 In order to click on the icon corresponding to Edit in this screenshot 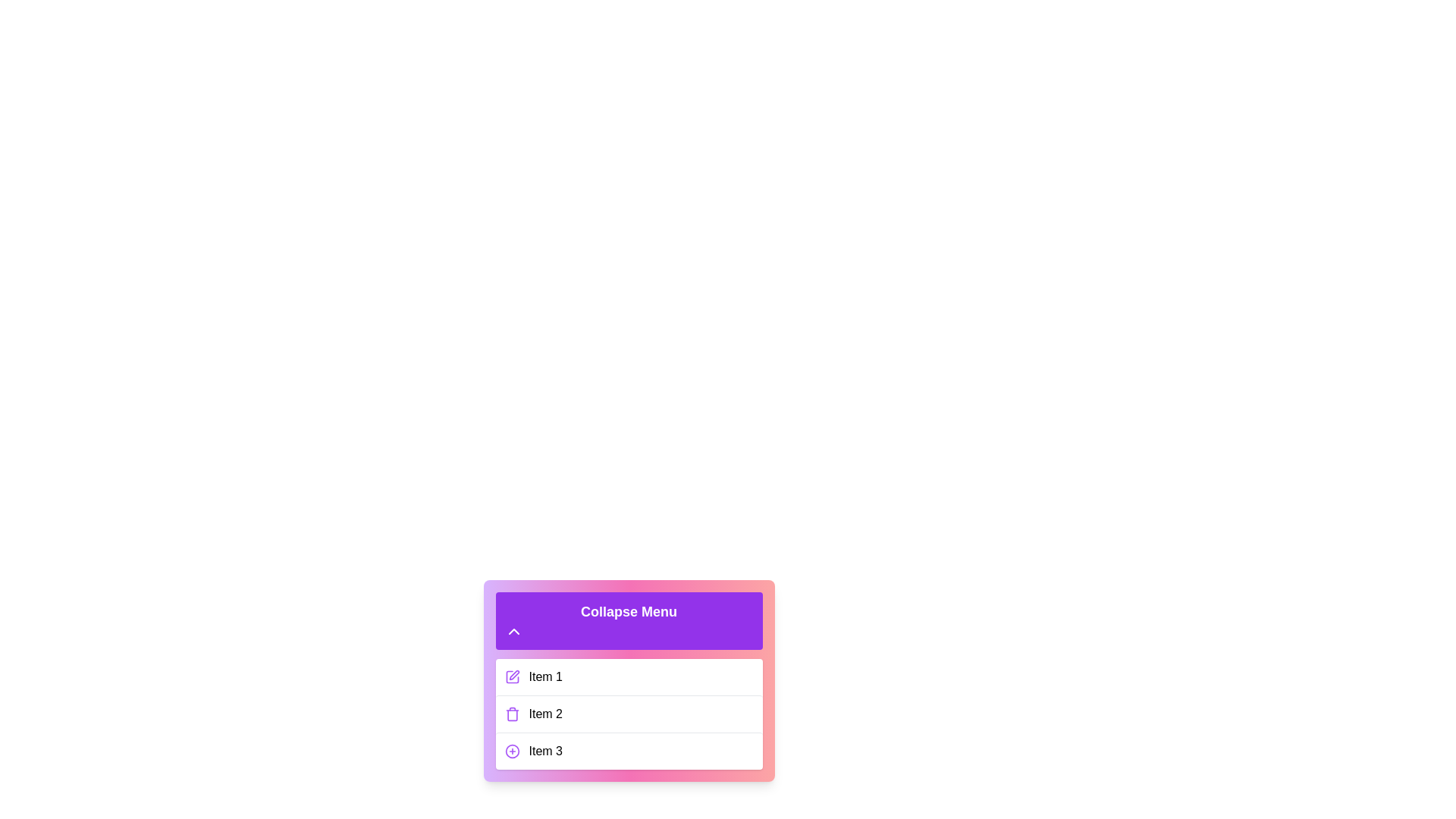, I will do `click(512, 676)`.